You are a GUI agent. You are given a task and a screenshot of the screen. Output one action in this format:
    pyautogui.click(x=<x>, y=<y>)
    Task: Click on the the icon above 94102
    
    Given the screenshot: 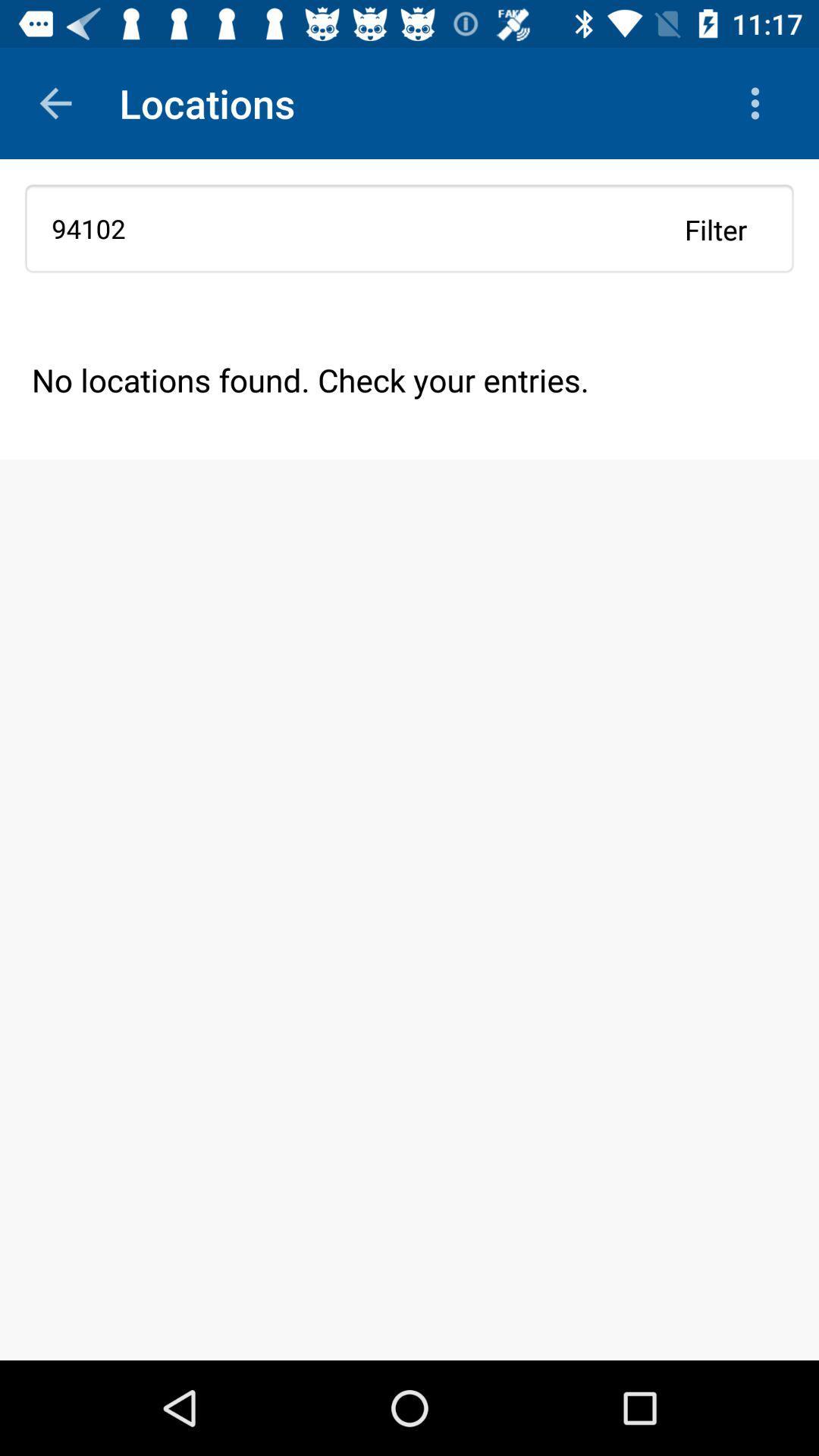 What is the action you would take?
    pyautogui.click(x=759, y=102)
    